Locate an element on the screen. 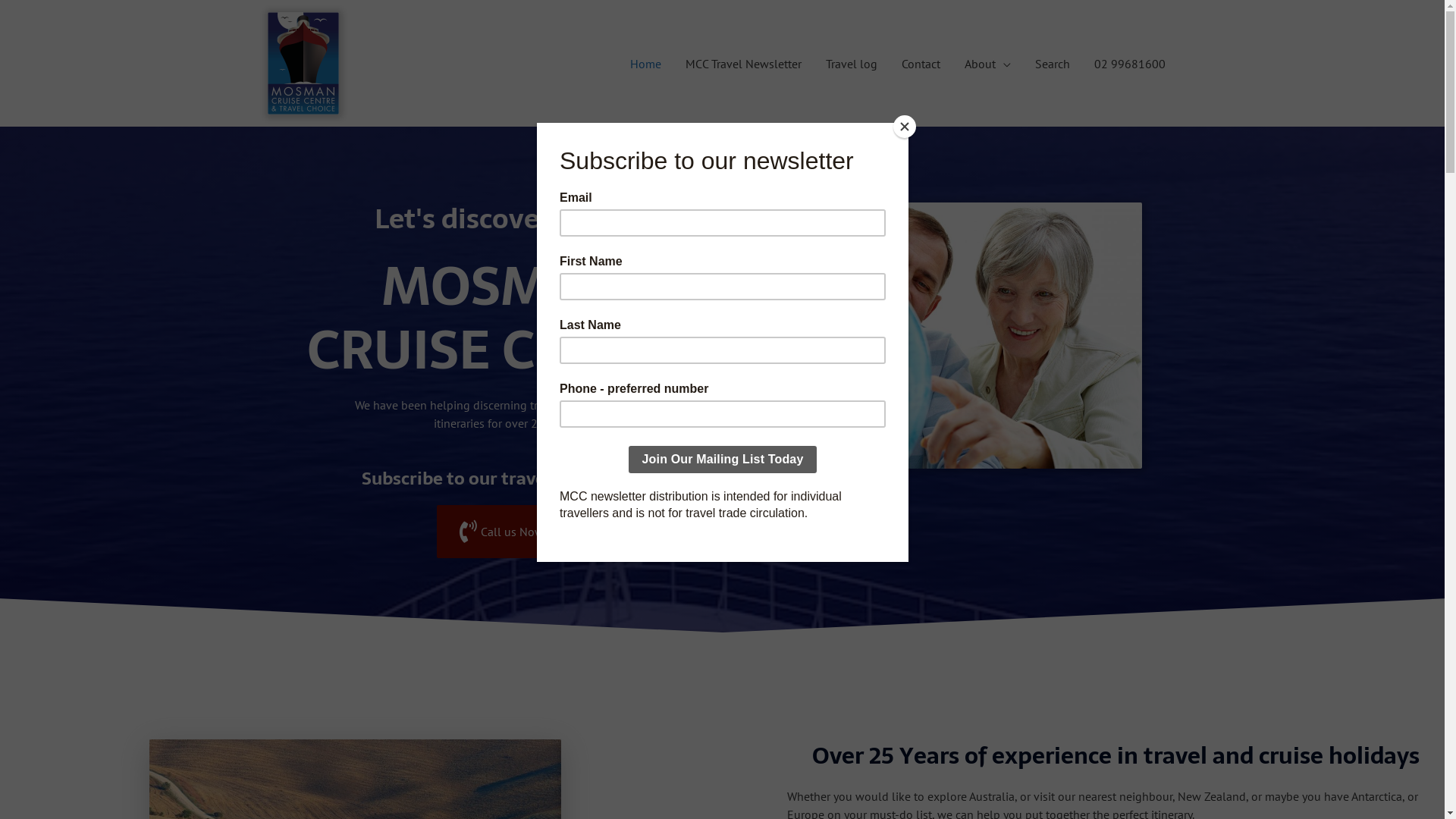 The height and width of the screenshot is (819, 1456). 'Subscribe to our travel newsletter' is located at coordinates (503, 479).